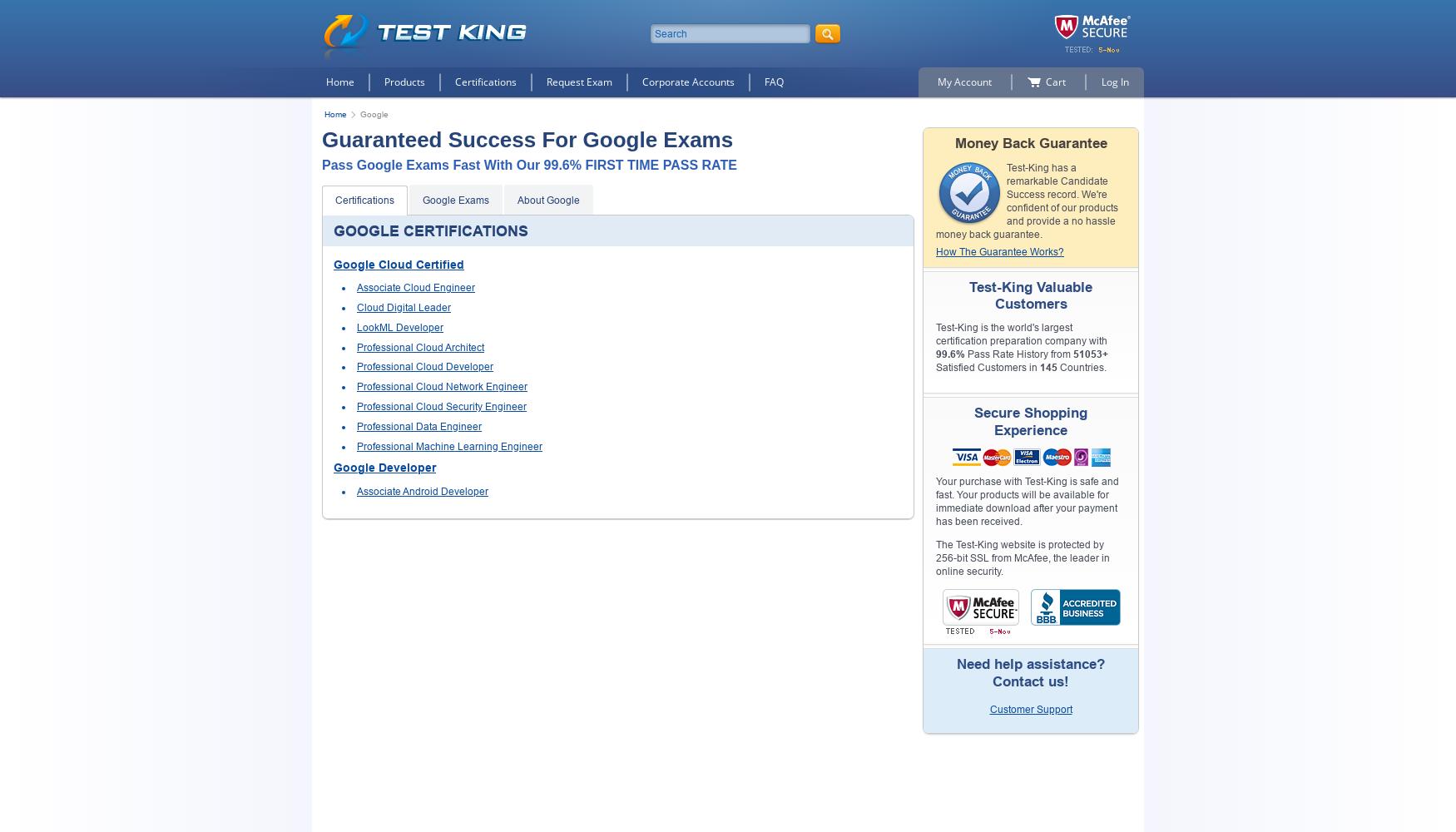  What do you see at coordinates (1081, 367) in the screenshot?
I see `'Countries.'` at bounding box center [1081, 367].